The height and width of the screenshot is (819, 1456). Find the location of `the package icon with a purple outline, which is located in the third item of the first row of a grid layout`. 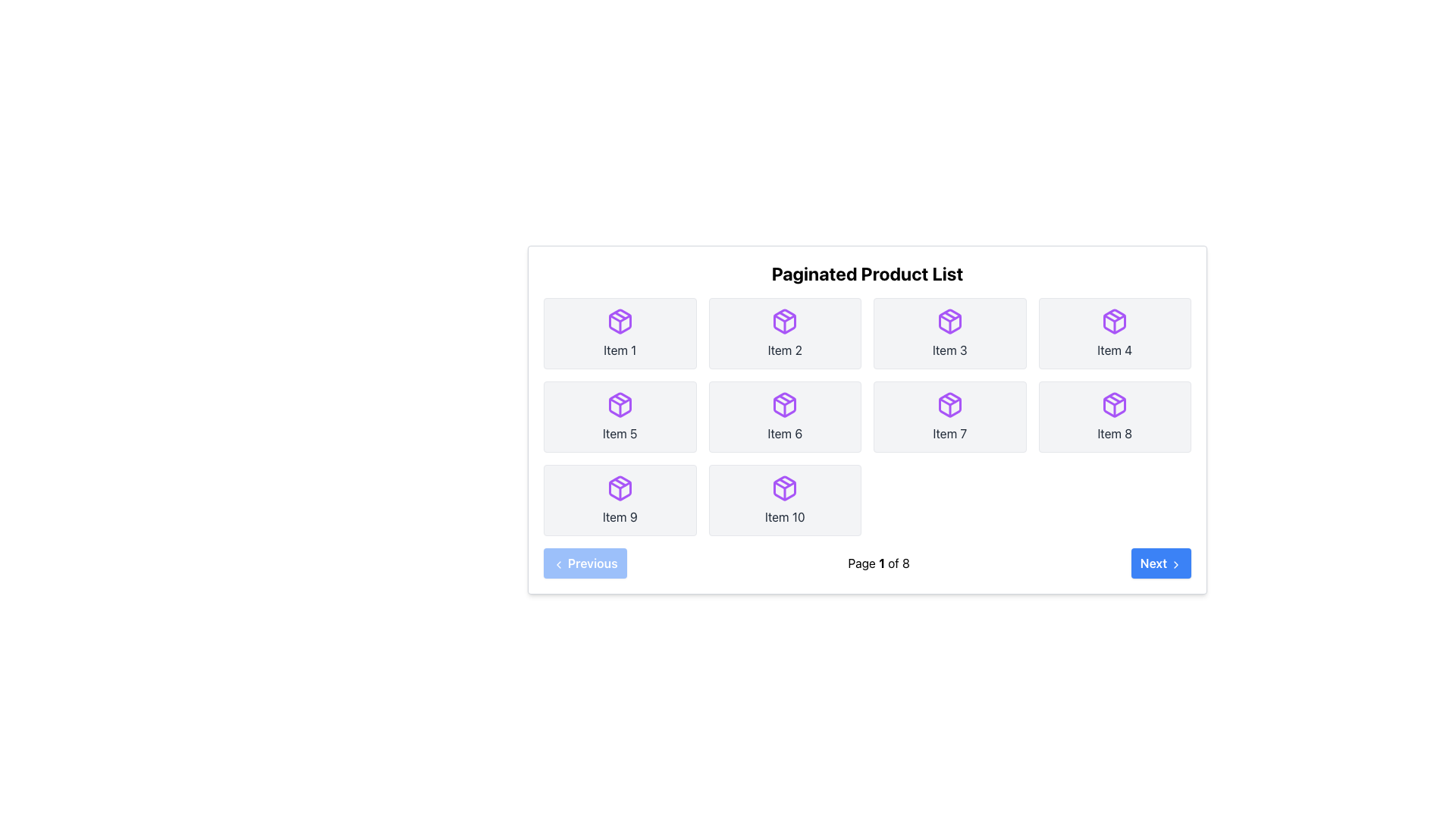

the package icon with a purple outline, which is located in the third item of the first row of a grid layout is located at coordinates (949, 321).